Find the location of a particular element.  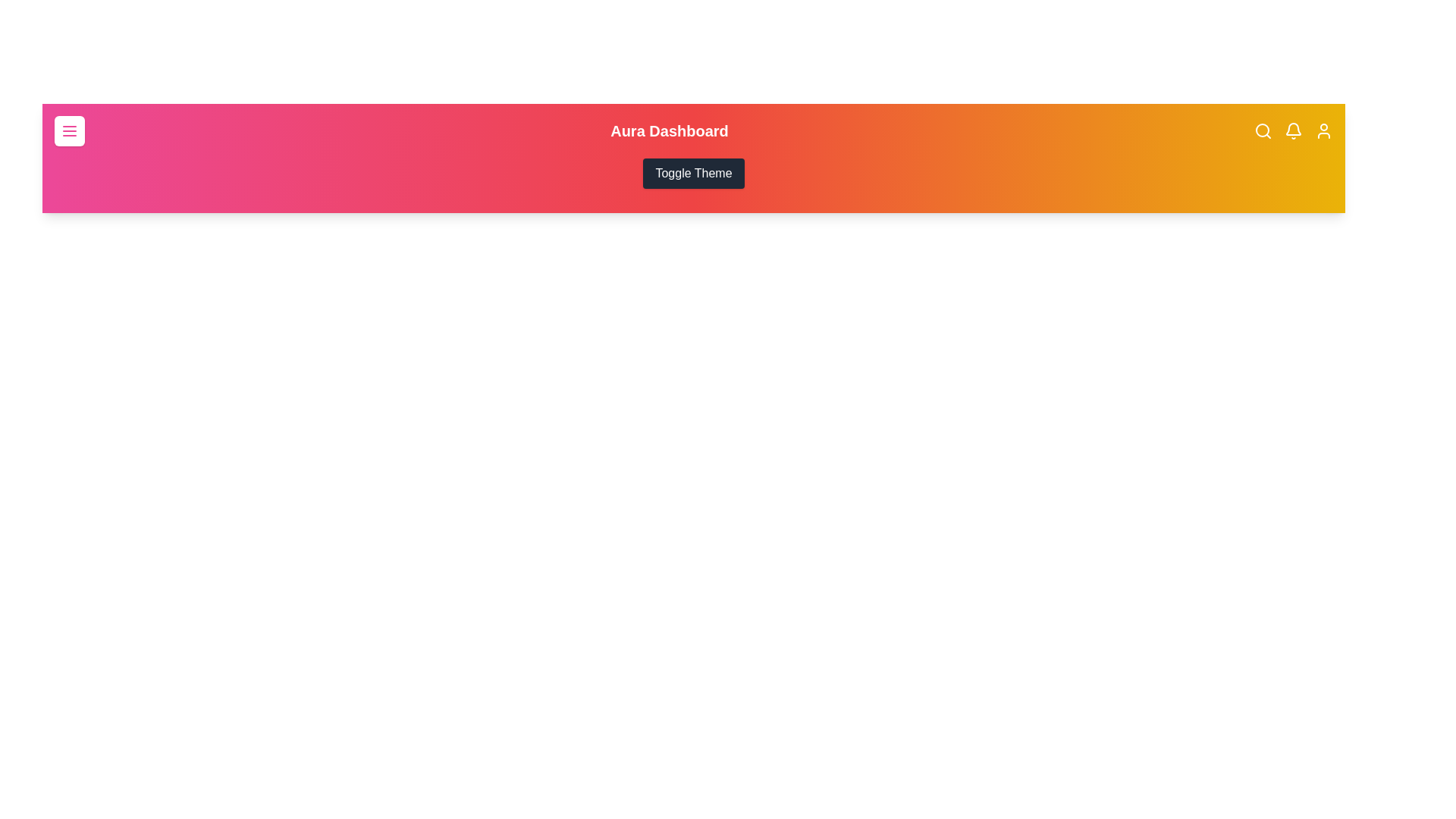

the header text 'Aura Dashboard' to simulate interaction is located at coordinates (669, 130).